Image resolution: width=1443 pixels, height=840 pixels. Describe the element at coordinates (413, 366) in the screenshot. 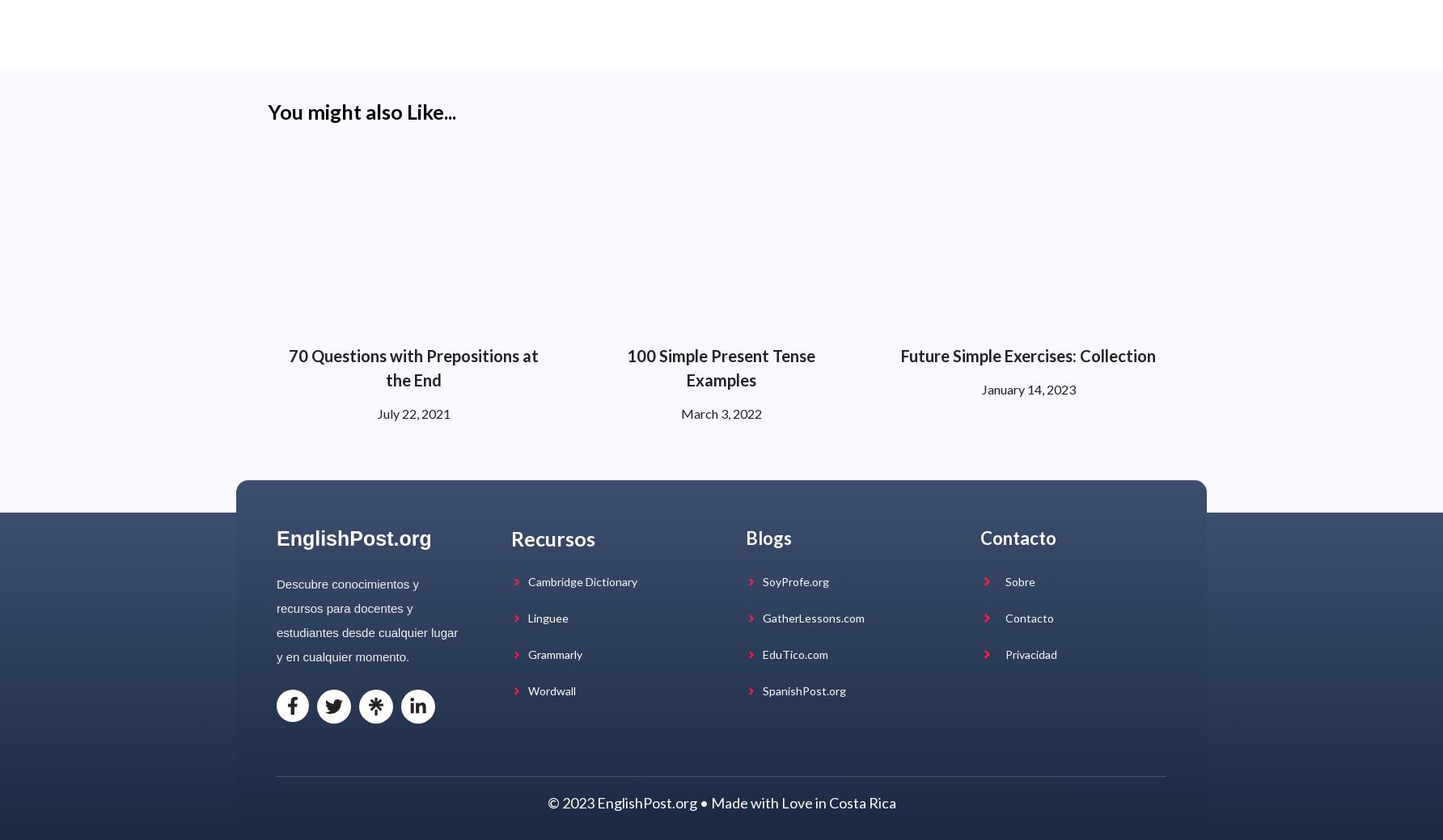

I see `'70 Questions with Prepositions at the End'` at that location.